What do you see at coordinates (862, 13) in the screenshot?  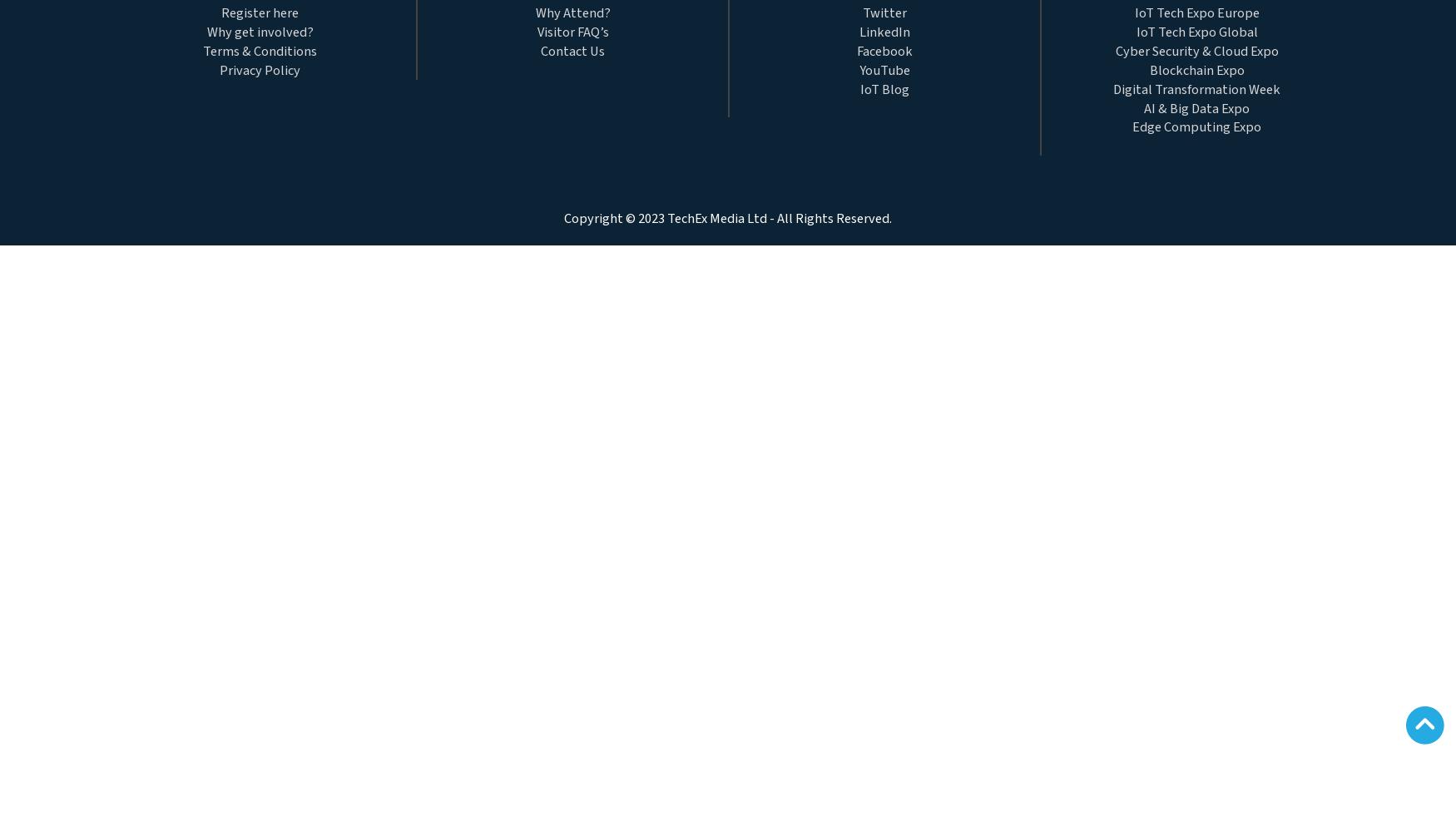 I see `'Twitter'` at bounding box center [862, 13].